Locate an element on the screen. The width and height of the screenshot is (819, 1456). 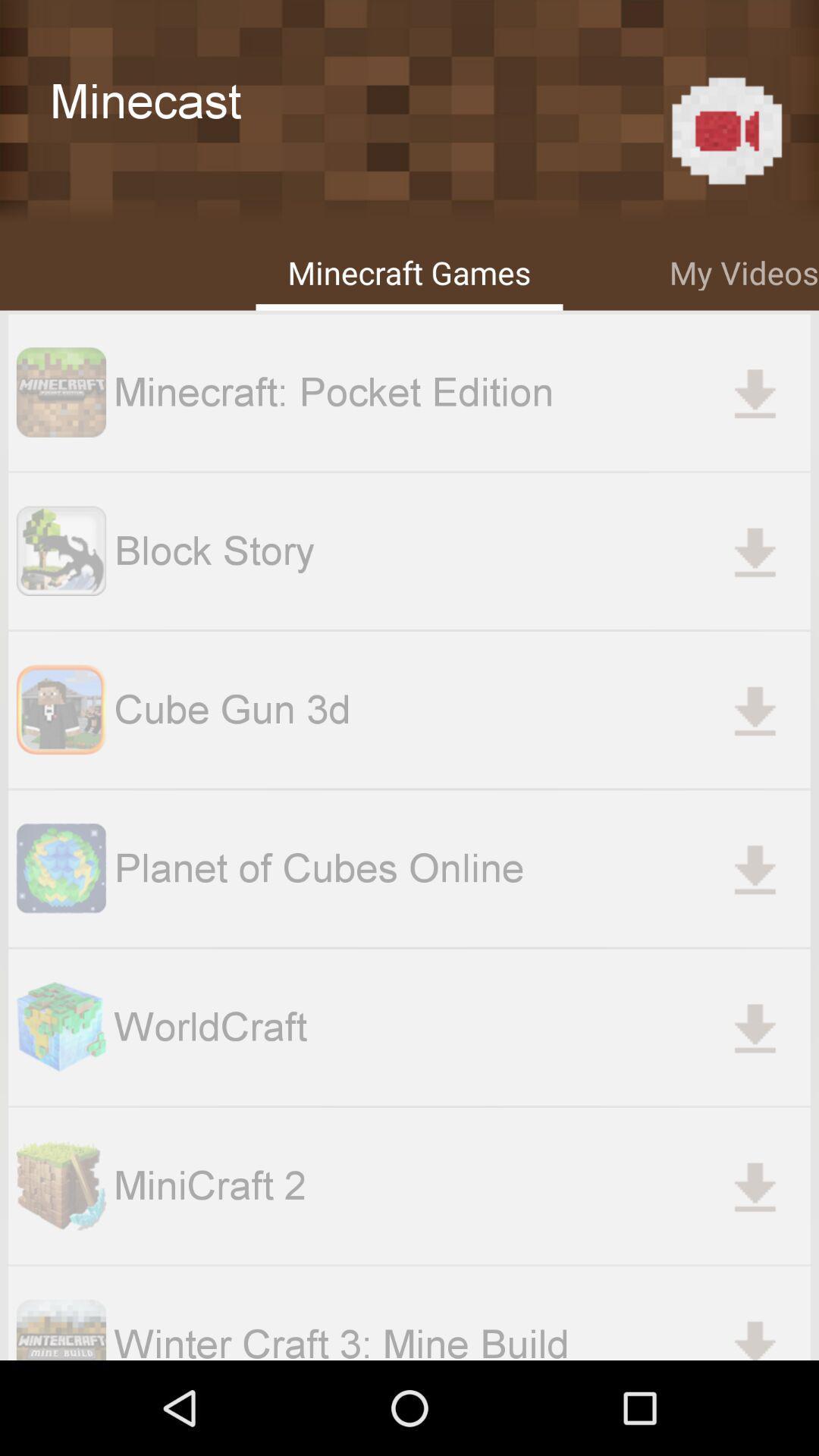
the image beside planet of cubes online is located at coordinates (61, 868).